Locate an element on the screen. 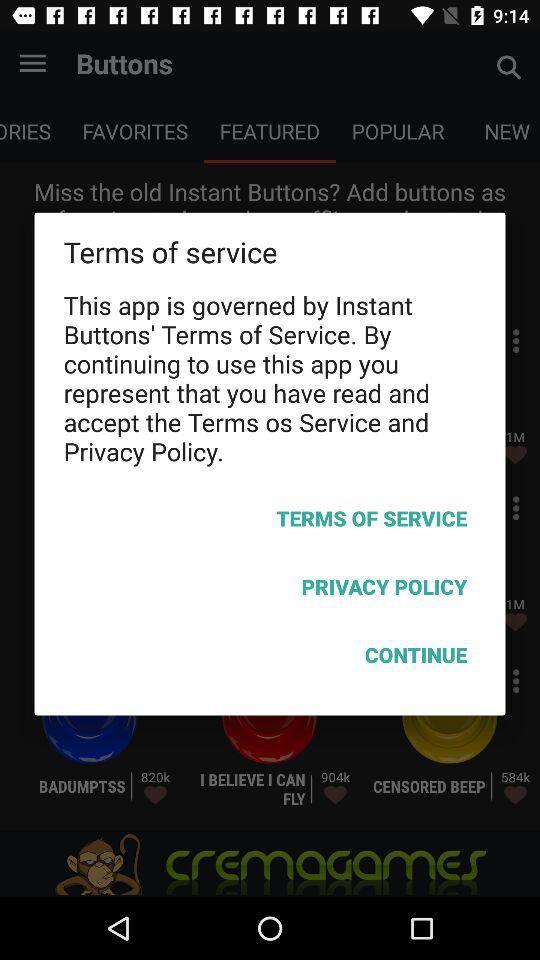 This screenshot has width=540, height=960. the icon below privacy policy is located at coordinates (270, 657).